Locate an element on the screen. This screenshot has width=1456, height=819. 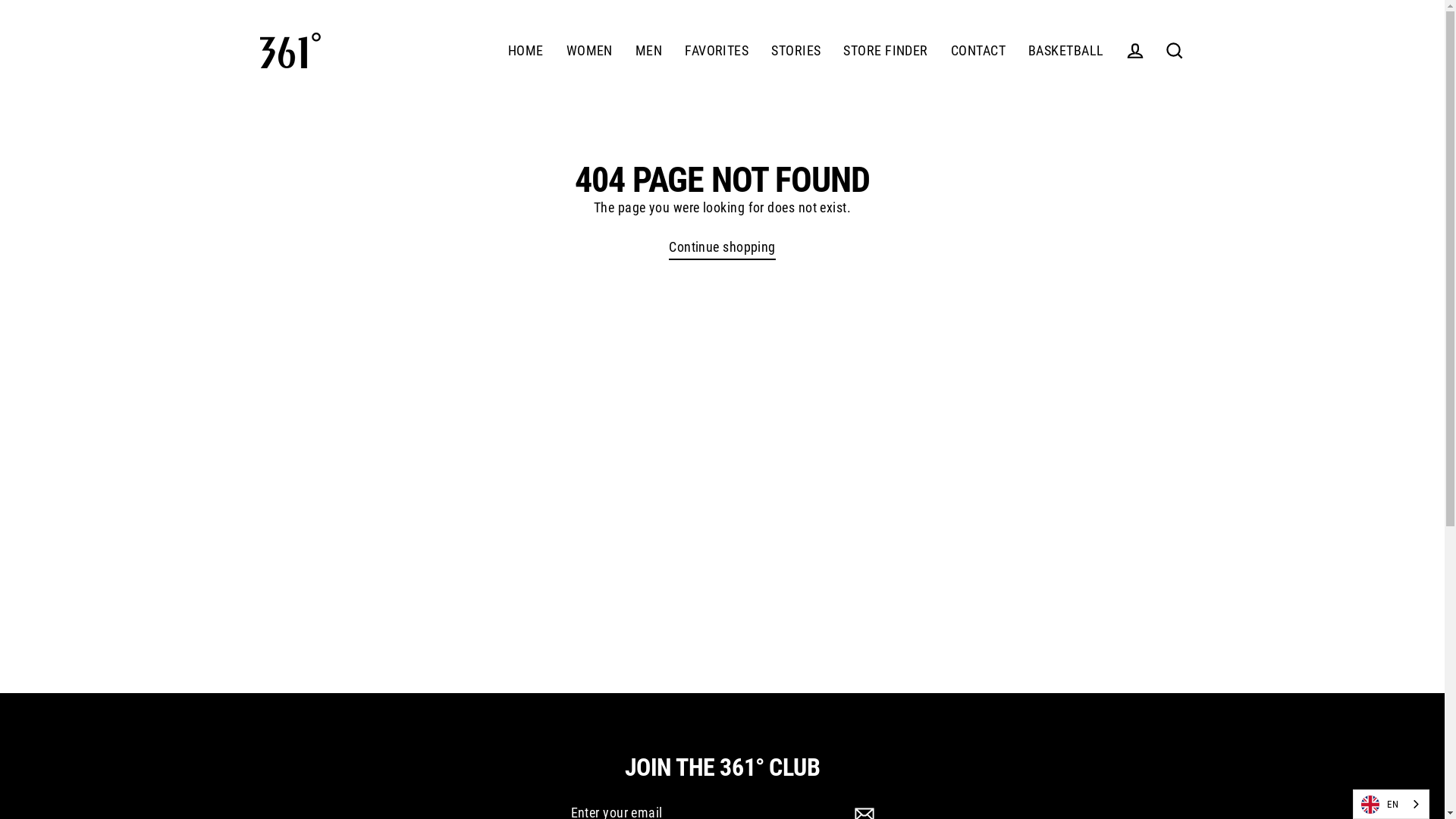
'STORIES' is located at coordinates (795, 49).